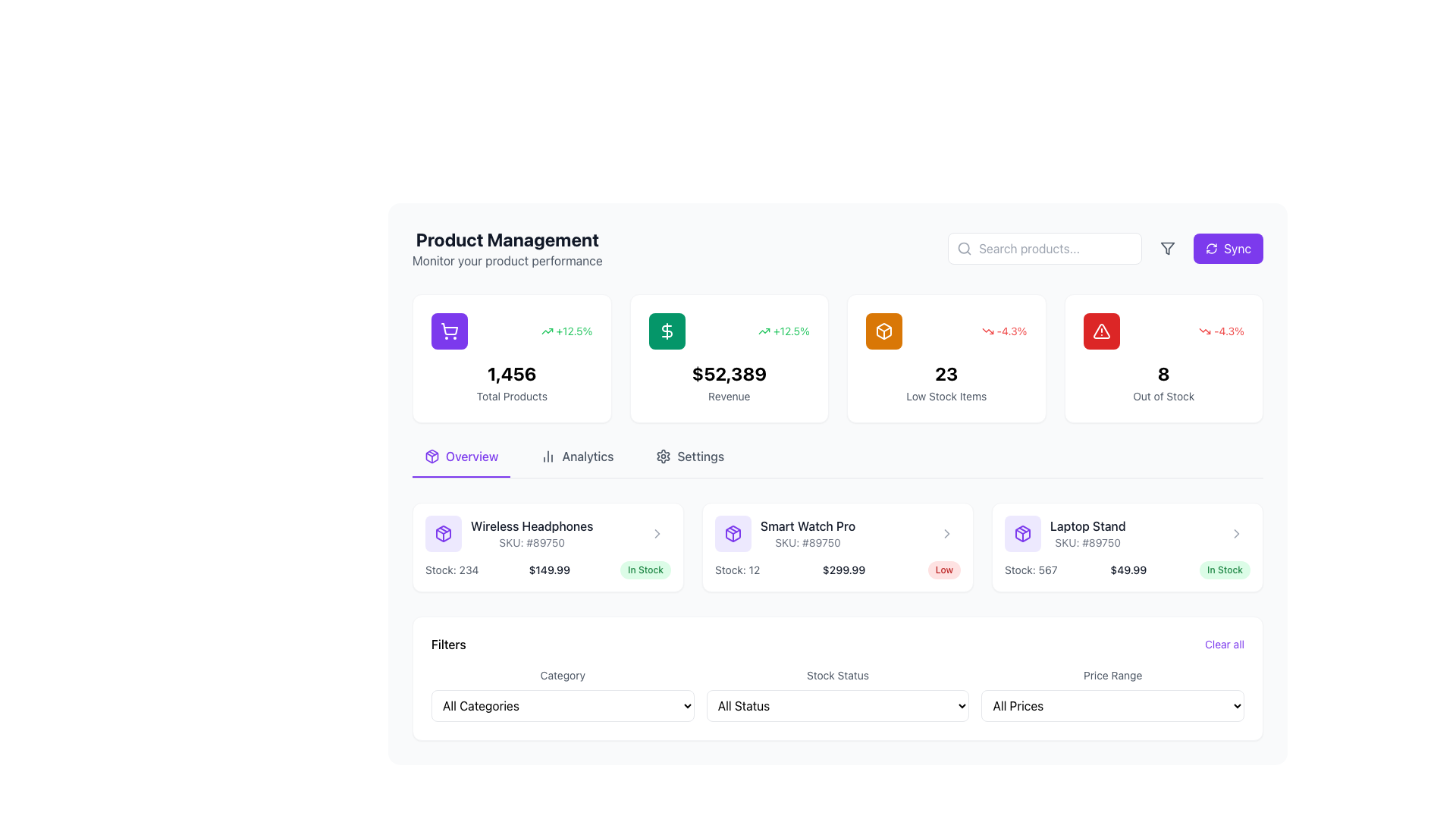  I want to click on the graphical representation of the small upward-trending green arrow icon that is part of the '+12.5%' metric improvement indicator in the second column of the statistics overview section, so click(764, 330).